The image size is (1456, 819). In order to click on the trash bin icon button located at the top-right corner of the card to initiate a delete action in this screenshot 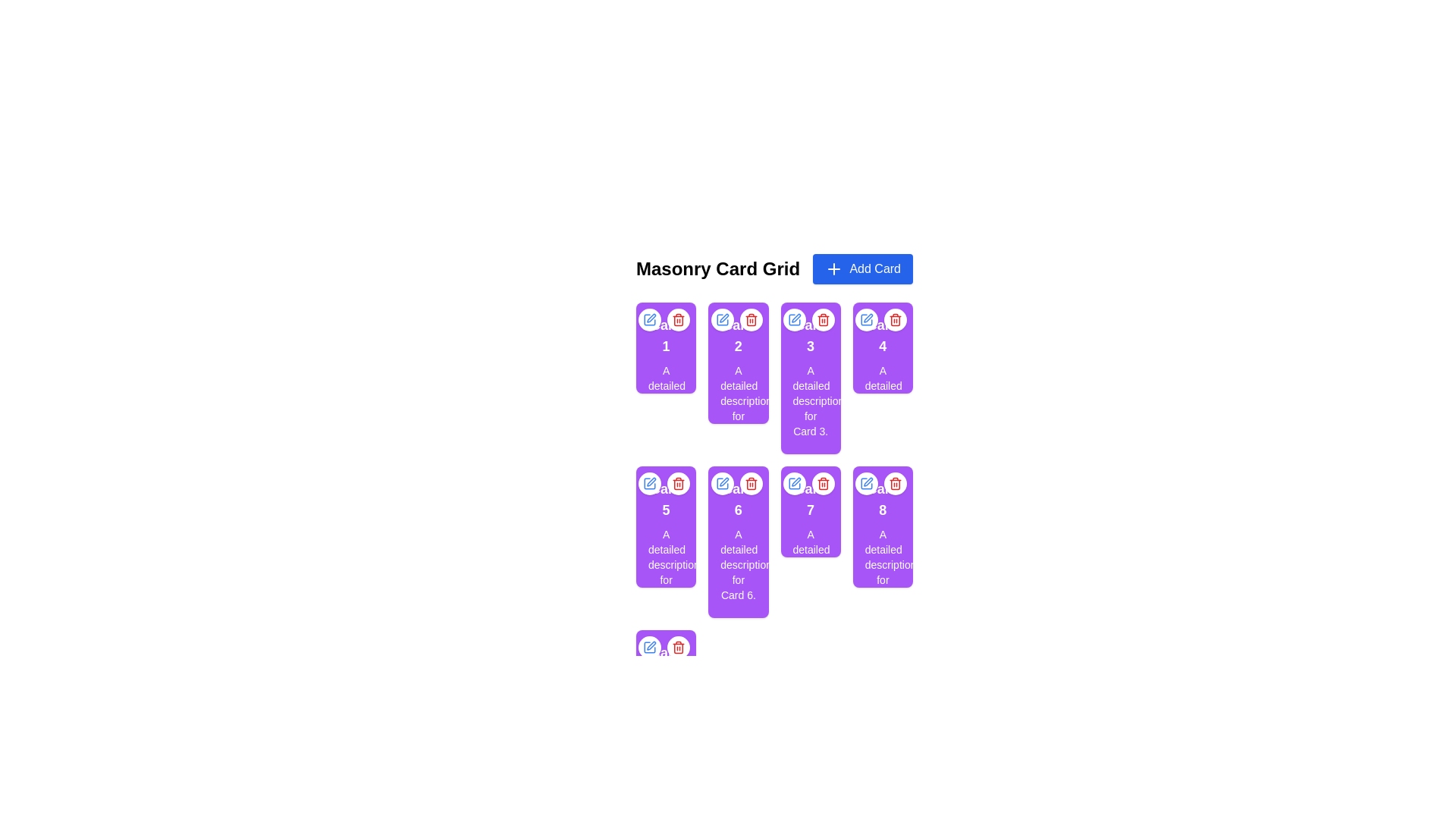, I will do `click(751, 483)`.